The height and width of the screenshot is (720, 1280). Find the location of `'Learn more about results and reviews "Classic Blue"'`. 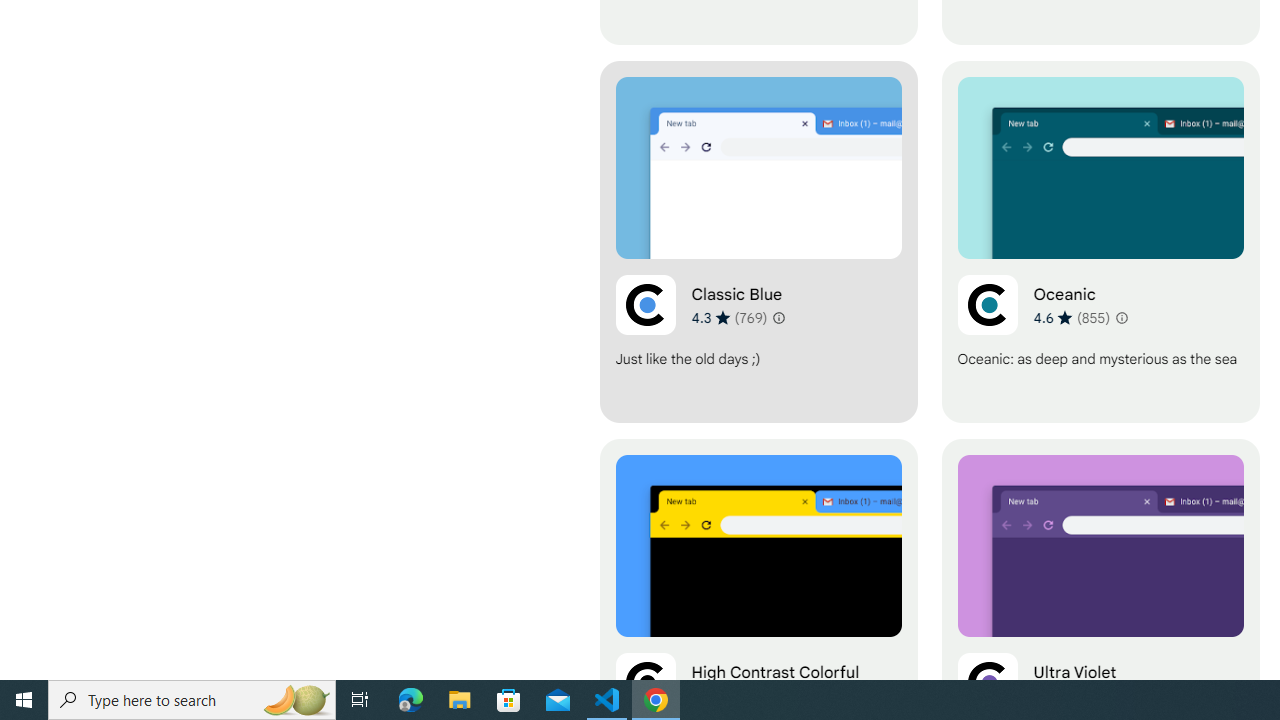

'Learn more about results and reviews "Classic Blue"' is located at coordinates (777, 316).